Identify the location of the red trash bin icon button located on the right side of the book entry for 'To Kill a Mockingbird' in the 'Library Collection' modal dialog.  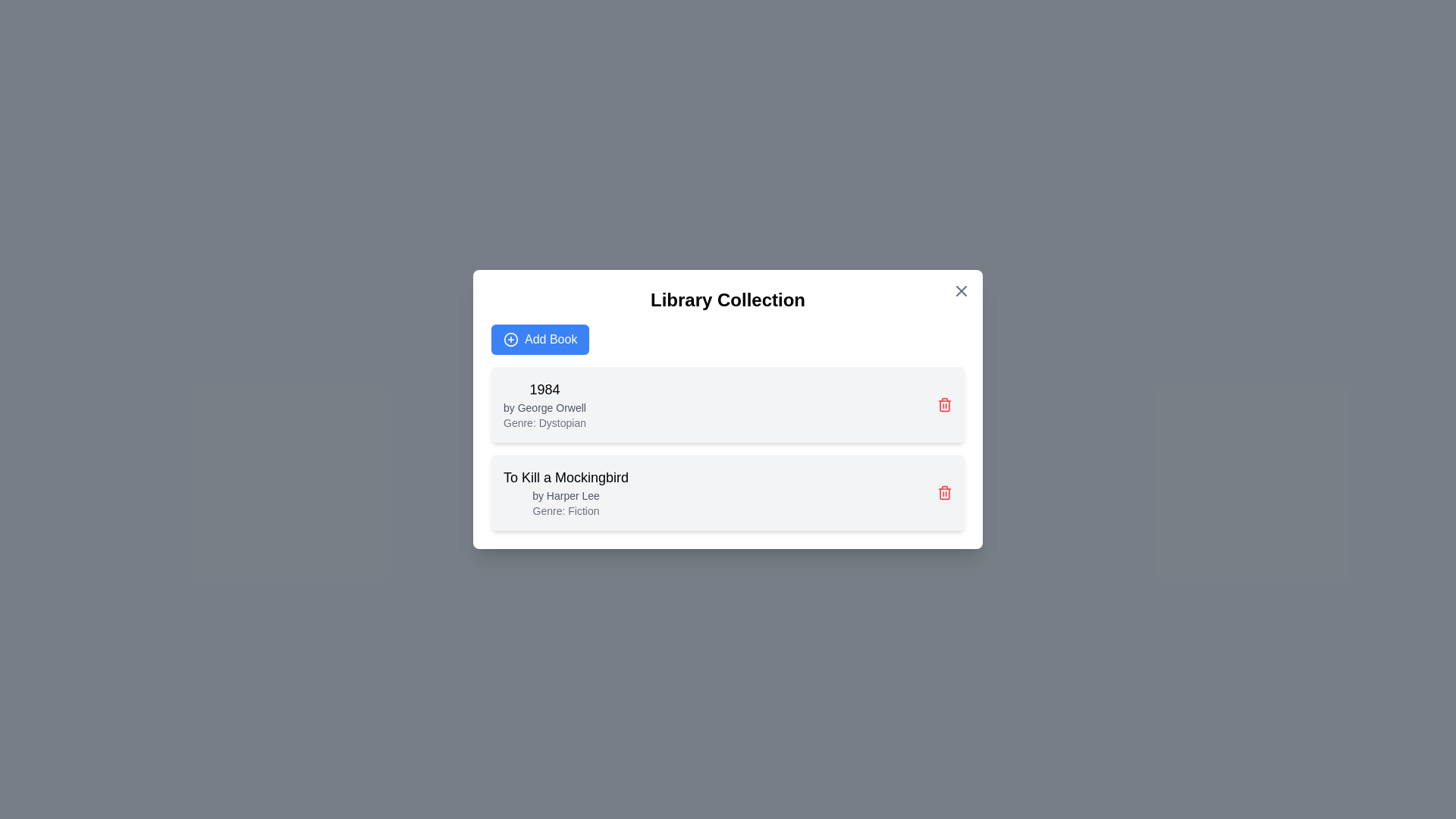
(944, 405).